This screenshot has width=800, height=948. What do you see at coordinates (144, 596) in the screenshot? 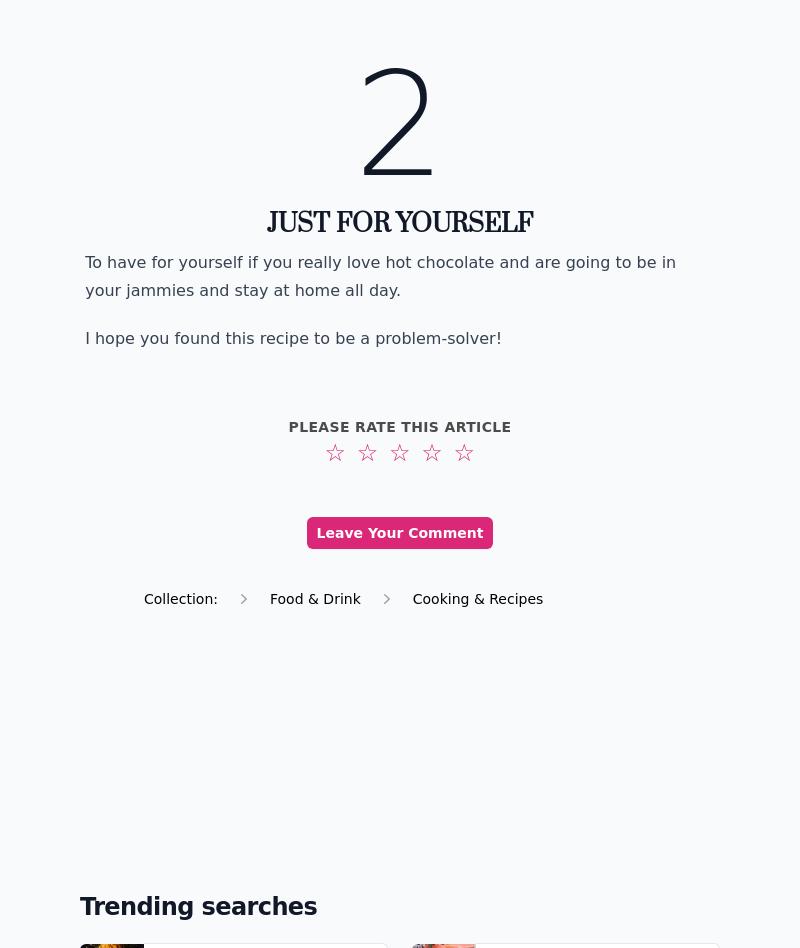
I see `'Collection:'` at bounding box center [144, 596].